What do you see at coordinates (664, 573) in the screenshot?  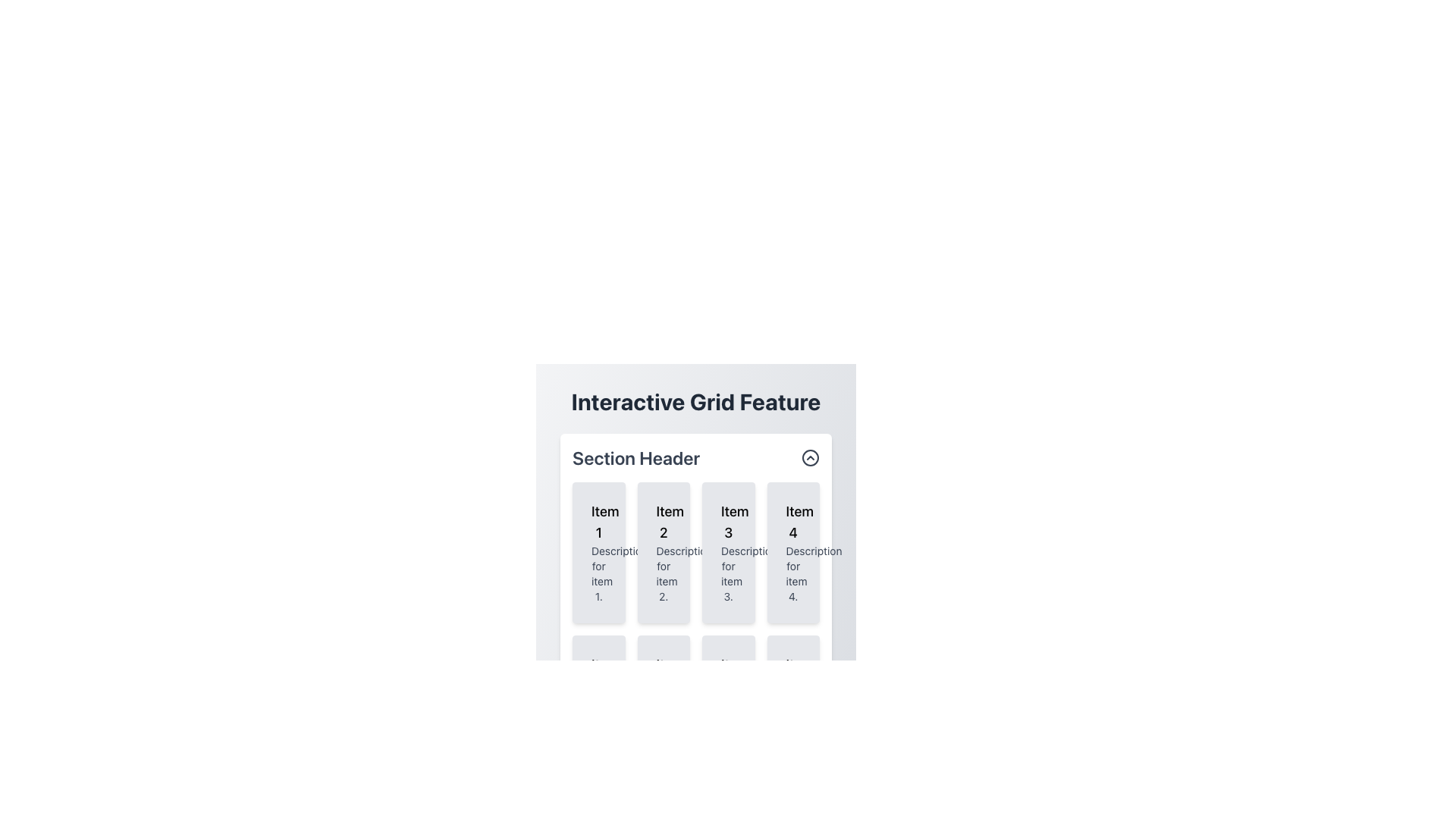 I see `text displayed in the label that shows 'Description for item 2.' located below the heading 'Item 2' in the bordered card` at bounding box center [664, 573].